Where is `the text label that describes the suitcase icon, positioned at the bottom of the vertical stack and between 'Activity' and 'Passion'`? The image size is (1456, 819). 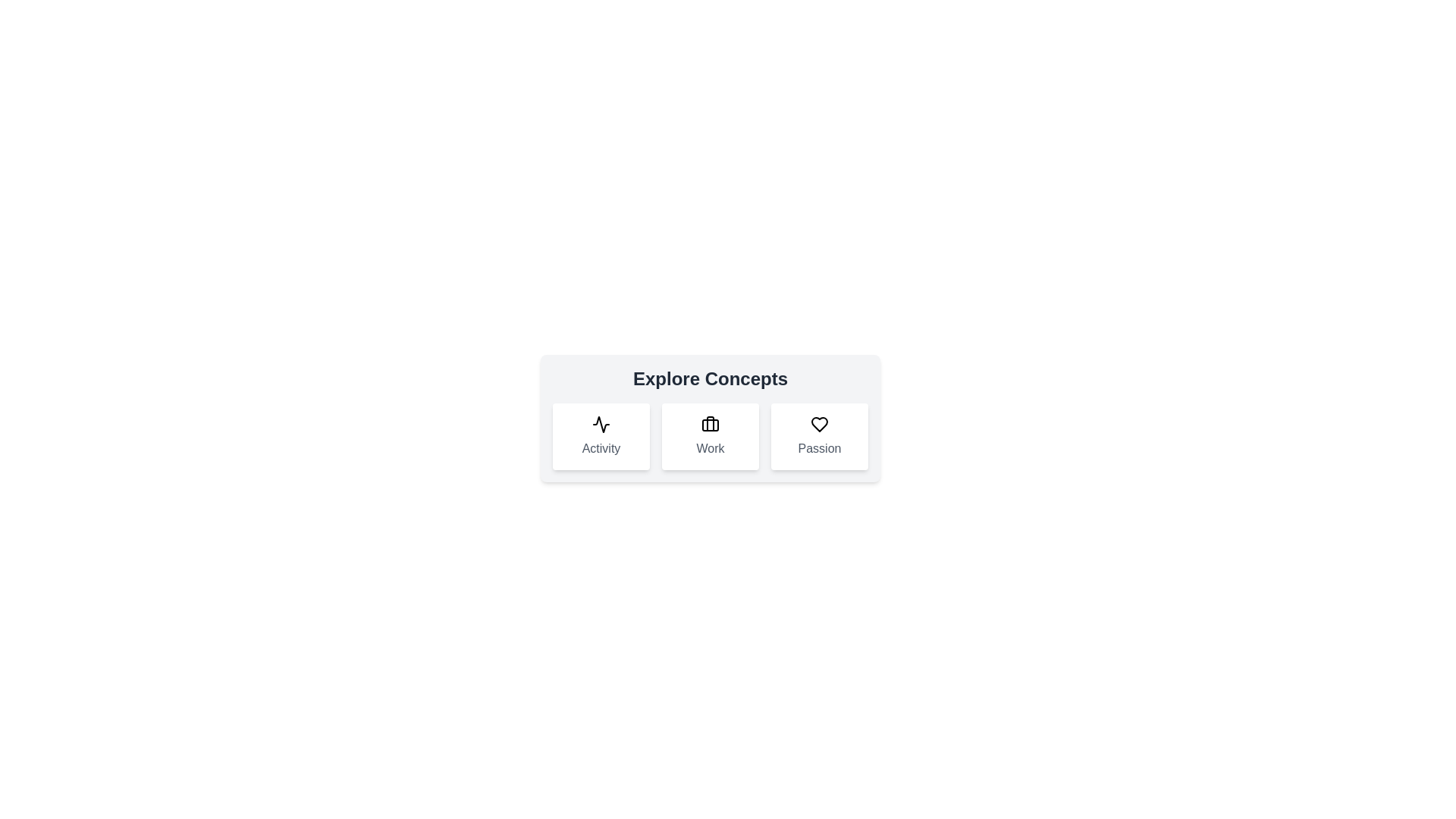
the text label that describes the suitcase icon, positioned at the bottom of the vertical stack and between 'Activity' and 'Passion' is located at coordinates (709, 447).